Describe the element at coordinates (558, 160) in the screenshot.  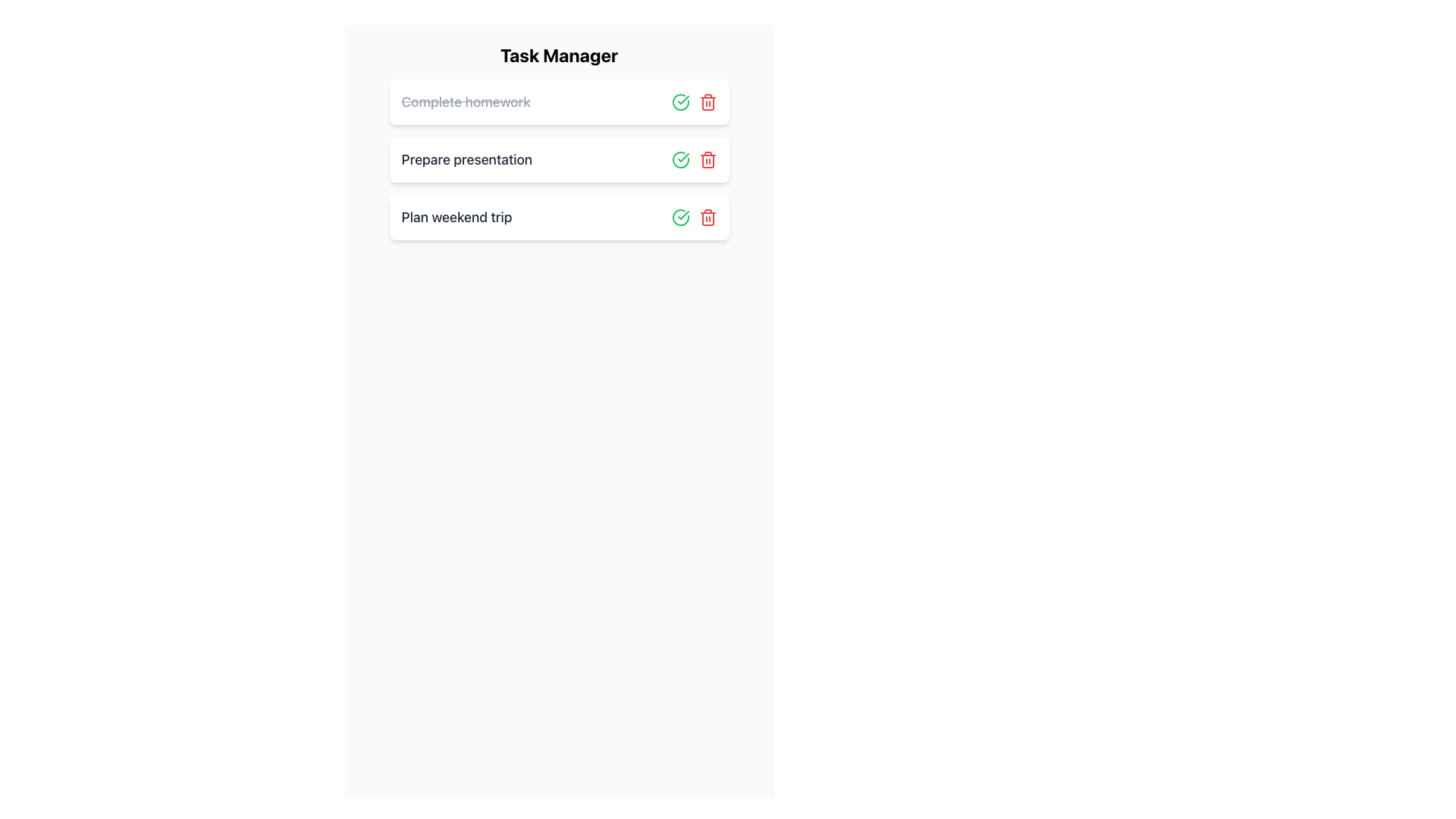
I see `the checkbox of the second item in the to-do list to mark it as complete` at that location.